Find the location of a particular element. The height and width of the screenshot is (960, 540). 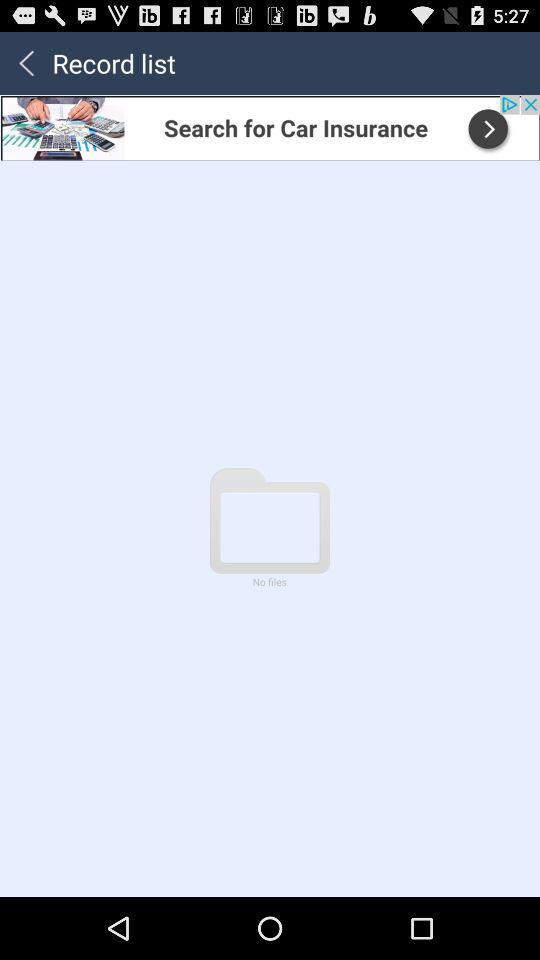

back button is located at coordinates (25, 62).